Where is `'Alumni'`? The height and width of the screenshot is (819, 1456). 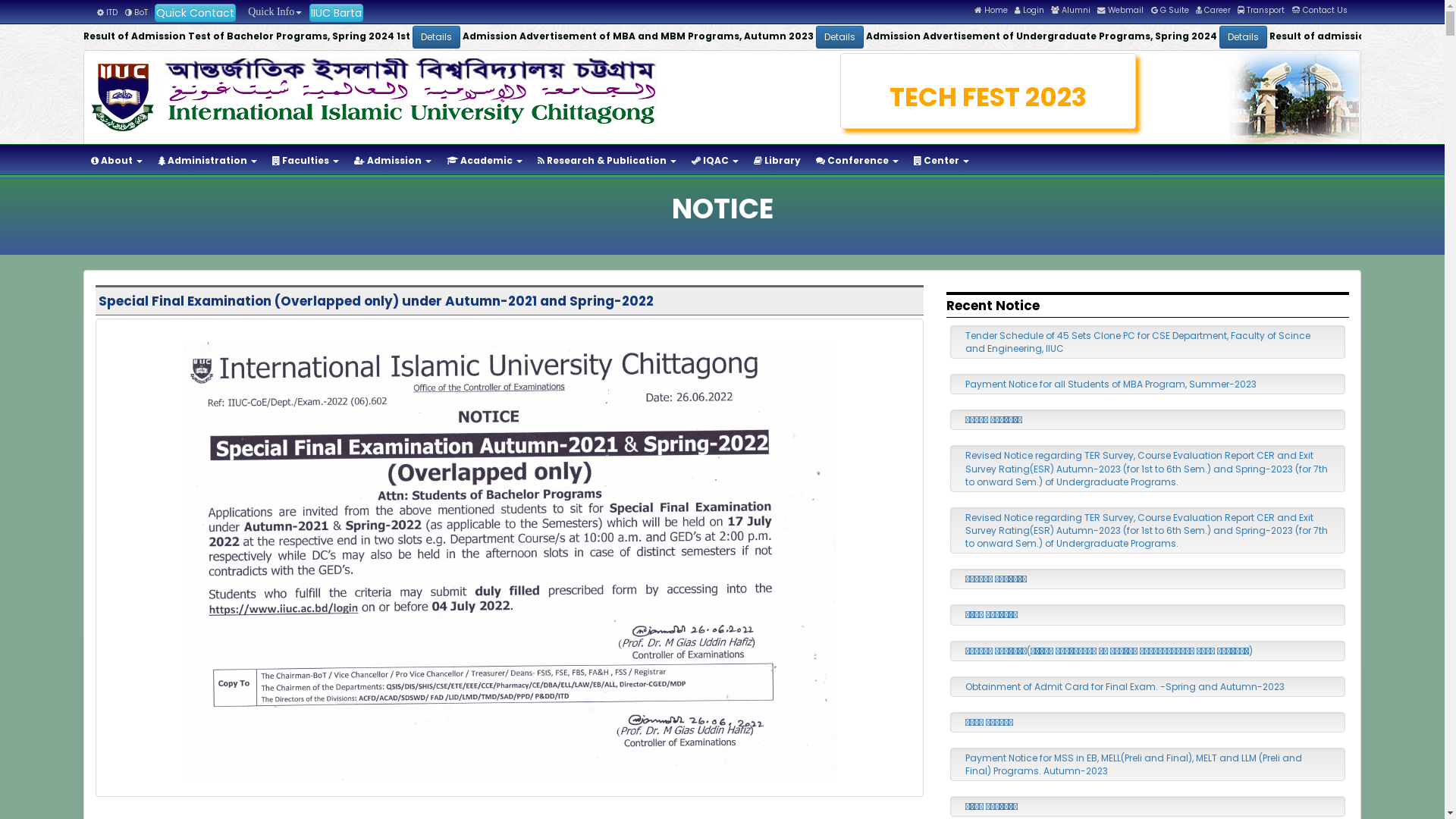
'Alumni' is located at coordinates (1069, 10).